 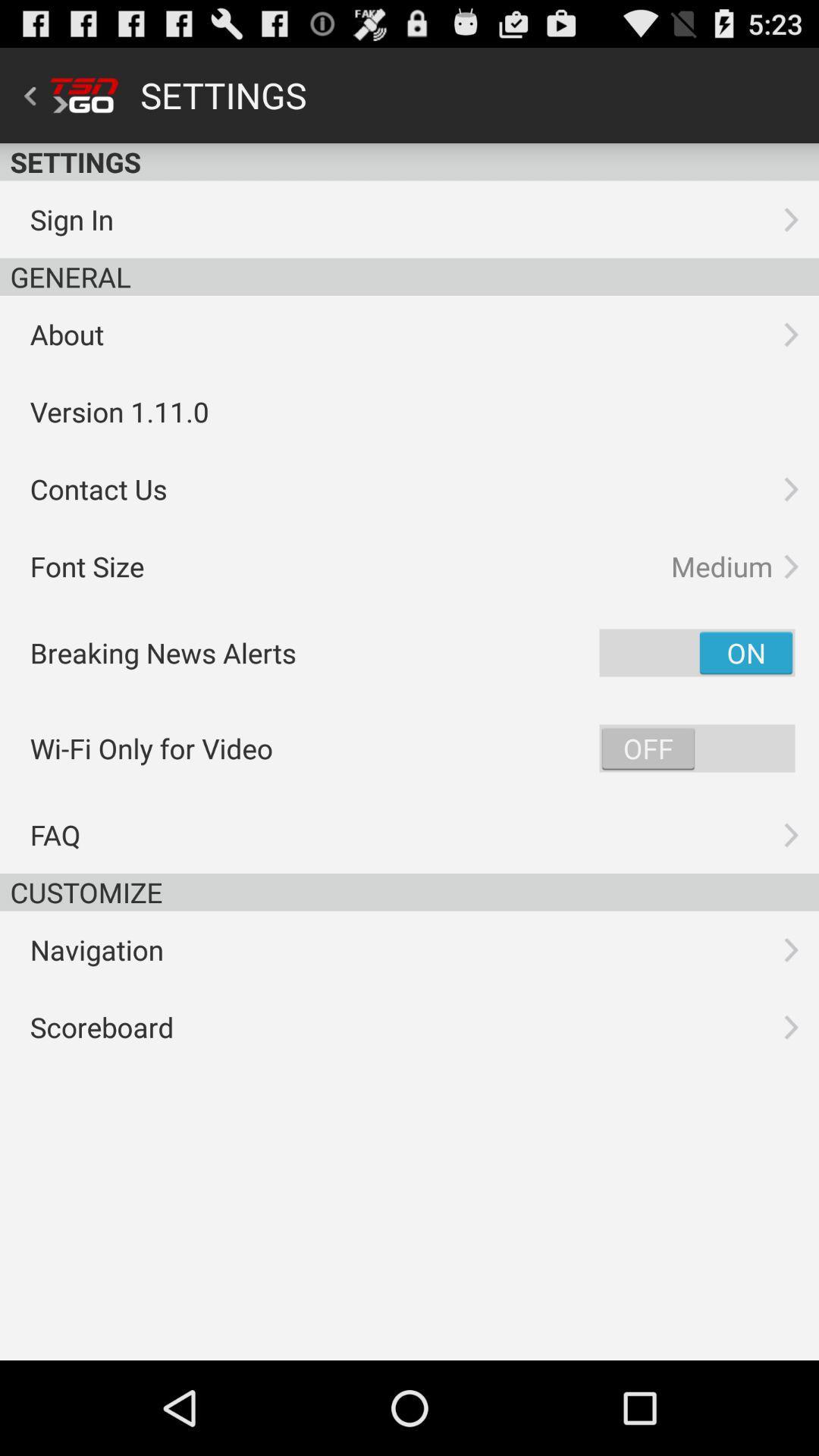 I want to click on shows on/off option, so click(x=697, y=748).